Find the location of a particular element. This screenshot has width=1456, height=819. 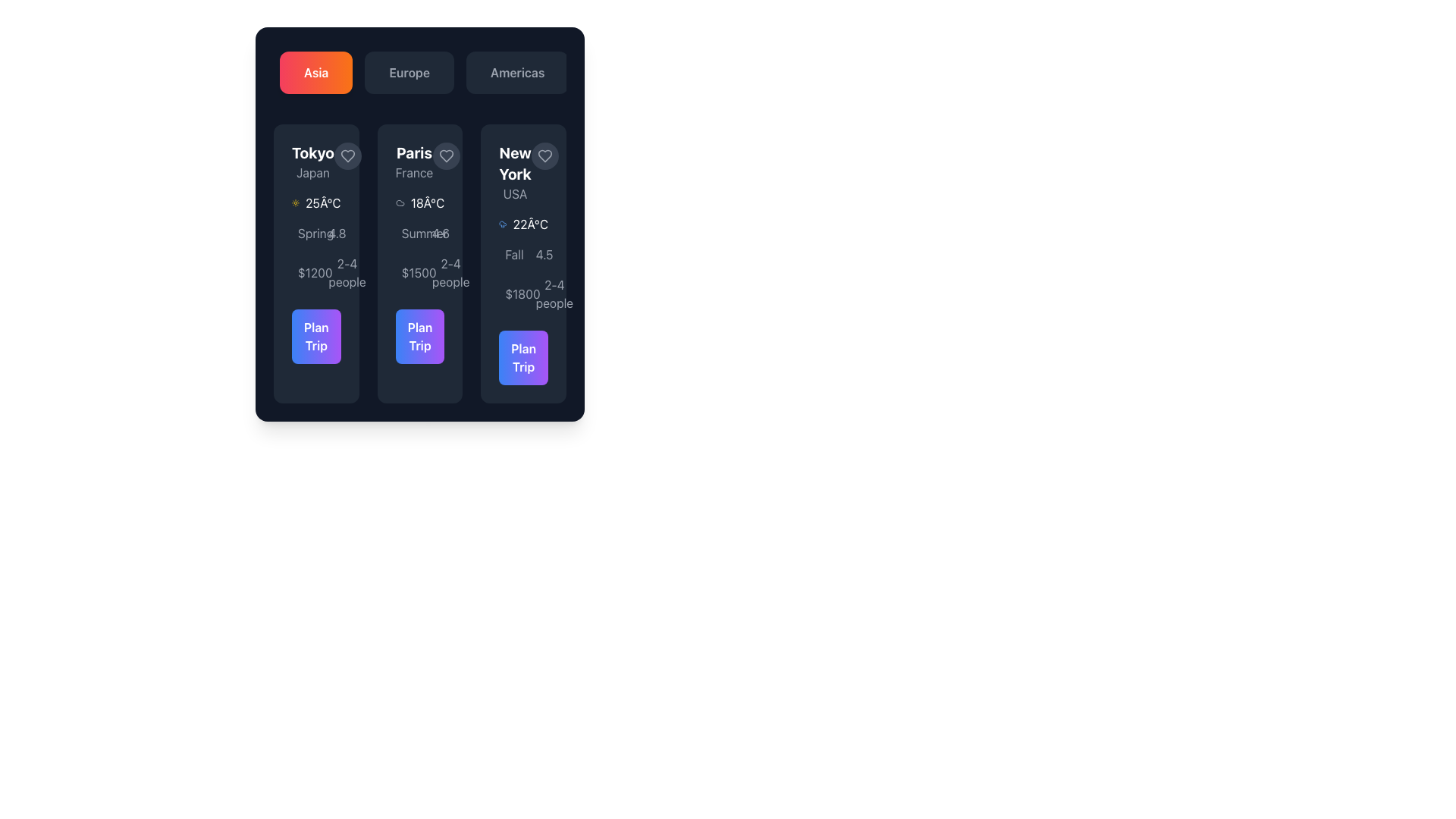

the non-interactive price label indicating the travel package price for Paris, France, located between the season description 'Summer' and the group size indicator '2-4 people' is located at coordinates (419, 271).